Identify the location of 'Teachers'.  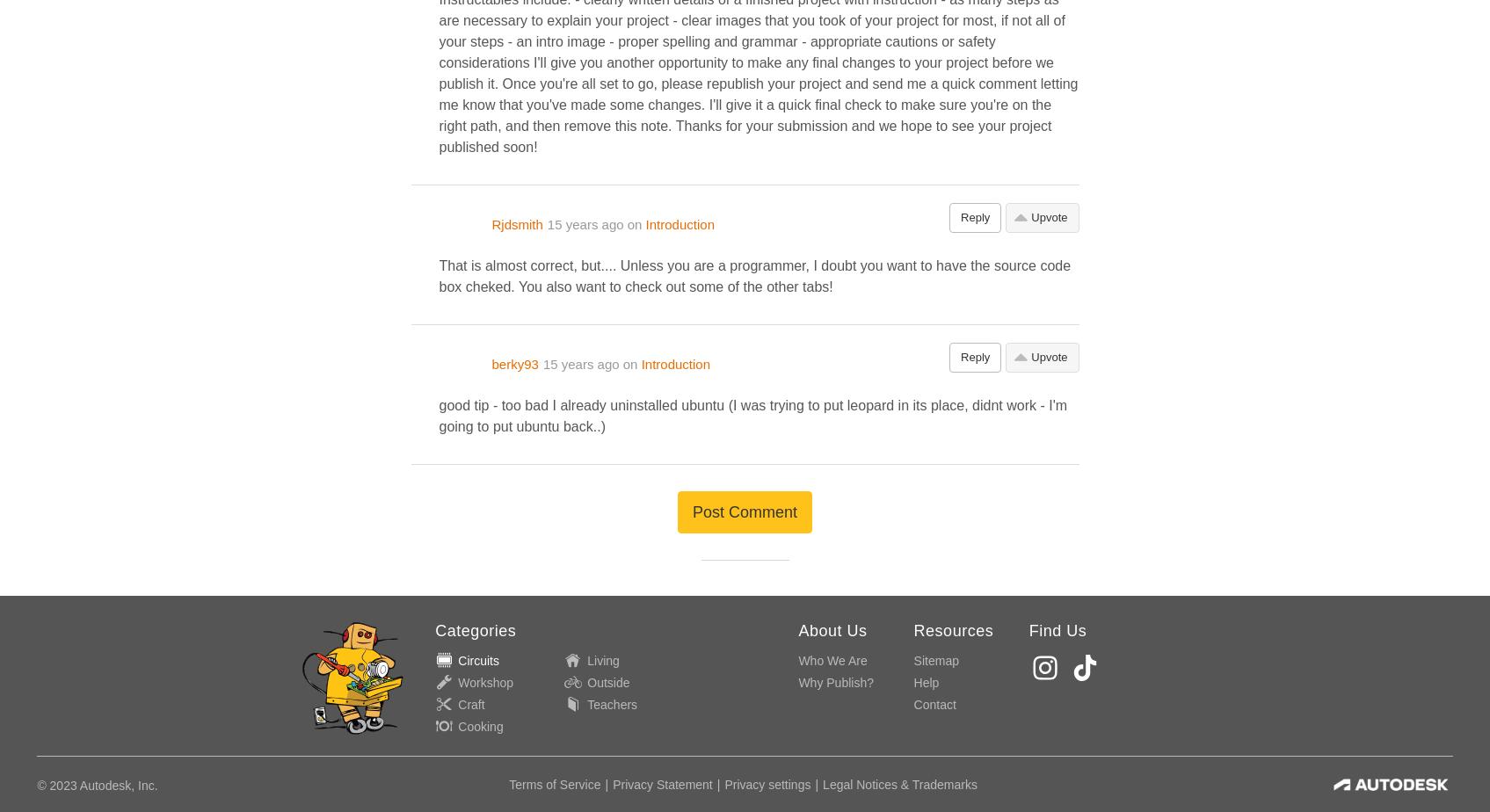
(612, 705).